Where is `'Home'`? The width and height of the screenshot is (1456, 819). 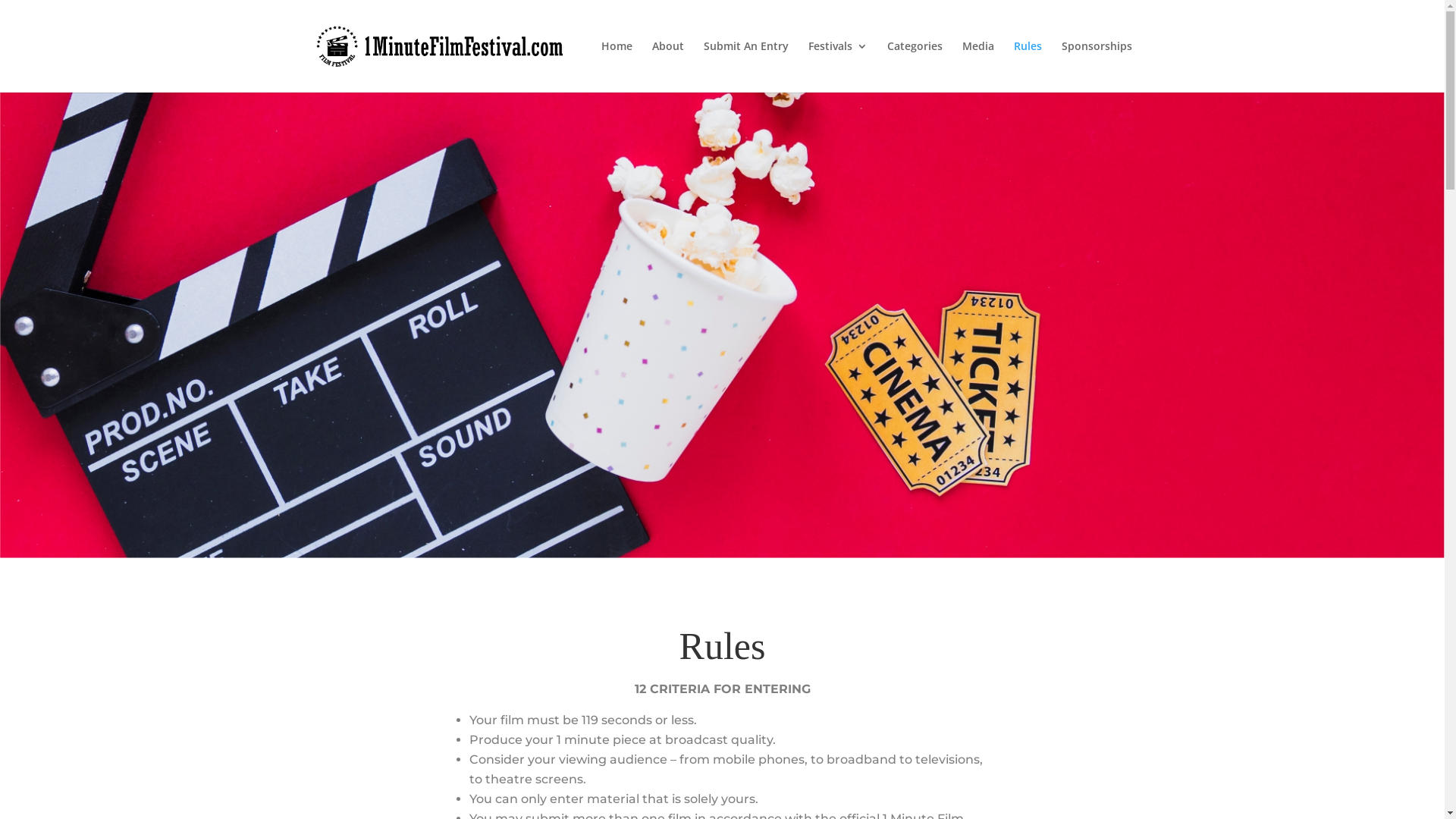
'Home' is located at coordinates (616, 66).